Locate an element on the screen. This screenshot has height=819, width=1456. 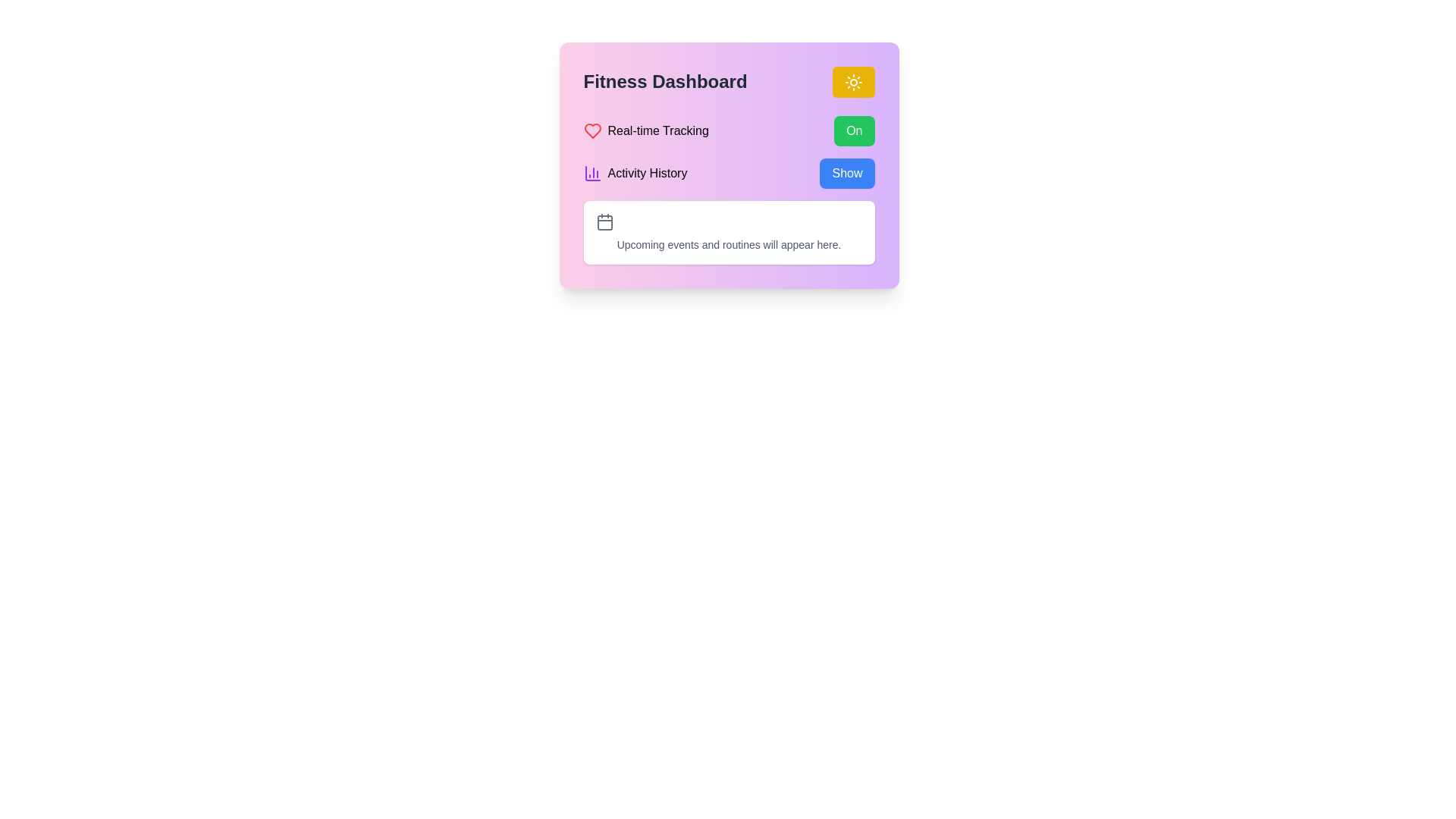
the 'Real-time Tracking' icon located in the top-left portion of the interface, which serves as a visual cue for the feature is located at coordinates (591, 130).